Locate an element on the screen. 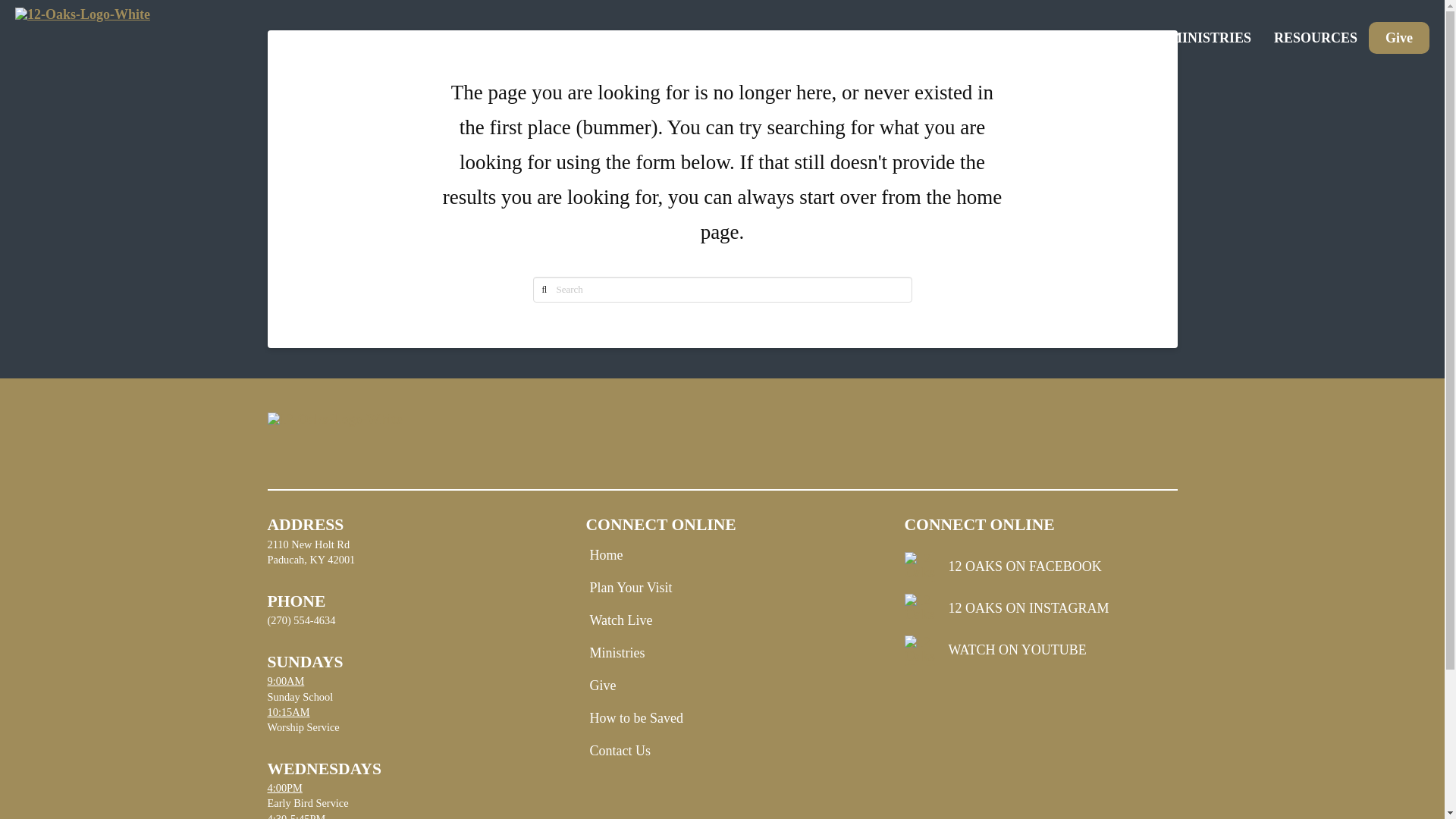 Image resolution: width=1456 pixels, height=819 pixels. 'MINISTRIES' is located at coordinates (1210, 37).